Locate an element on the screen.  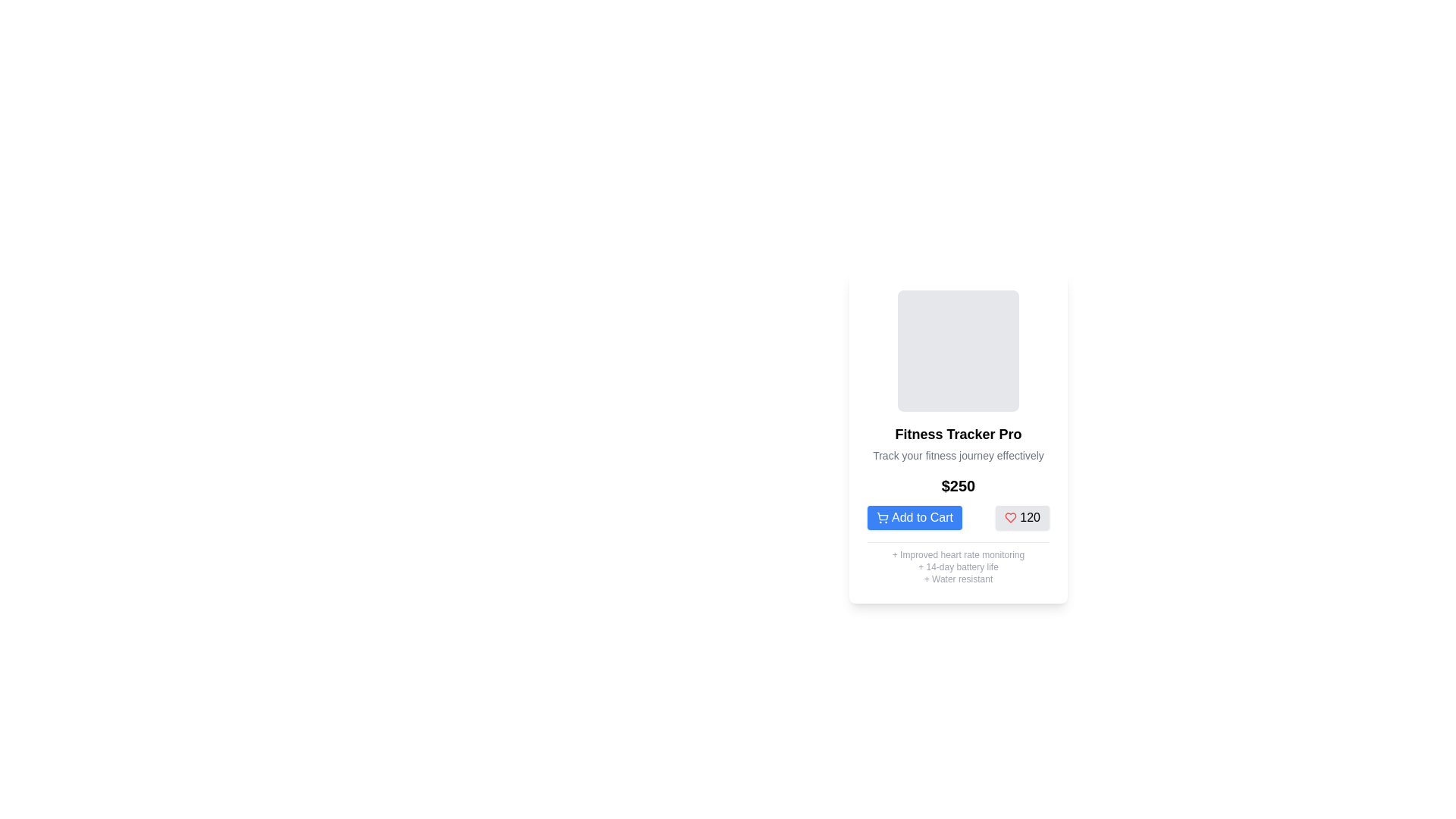
the heart icon located to the right of the blue 'Add to Cart' button to favorite the item is located at coordinates (1011, 516).